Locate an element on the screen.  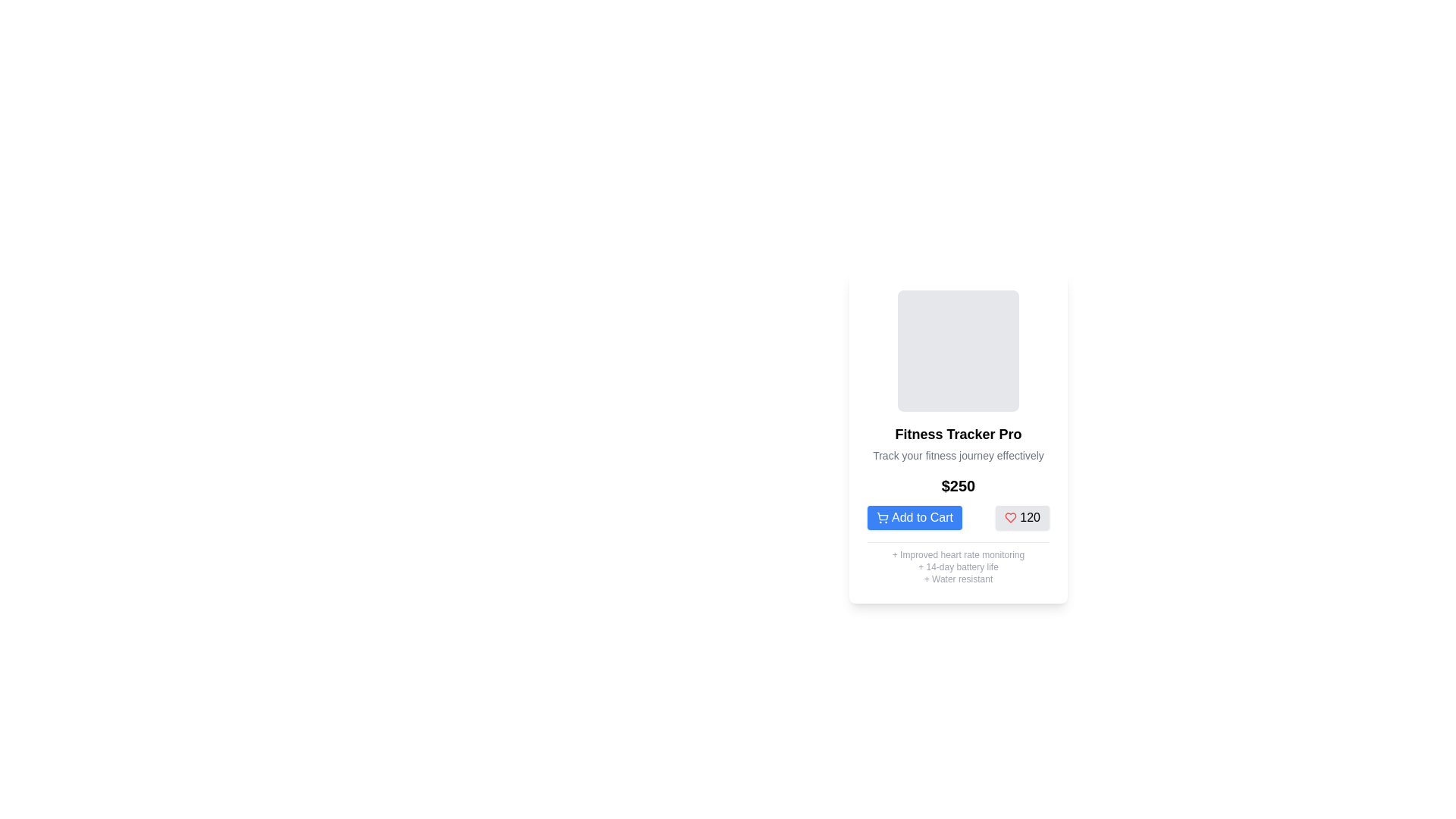
the heart icon located to the right of the blue 'Add to Cart' button to favorite the item is located at coordinates (1011, 516).